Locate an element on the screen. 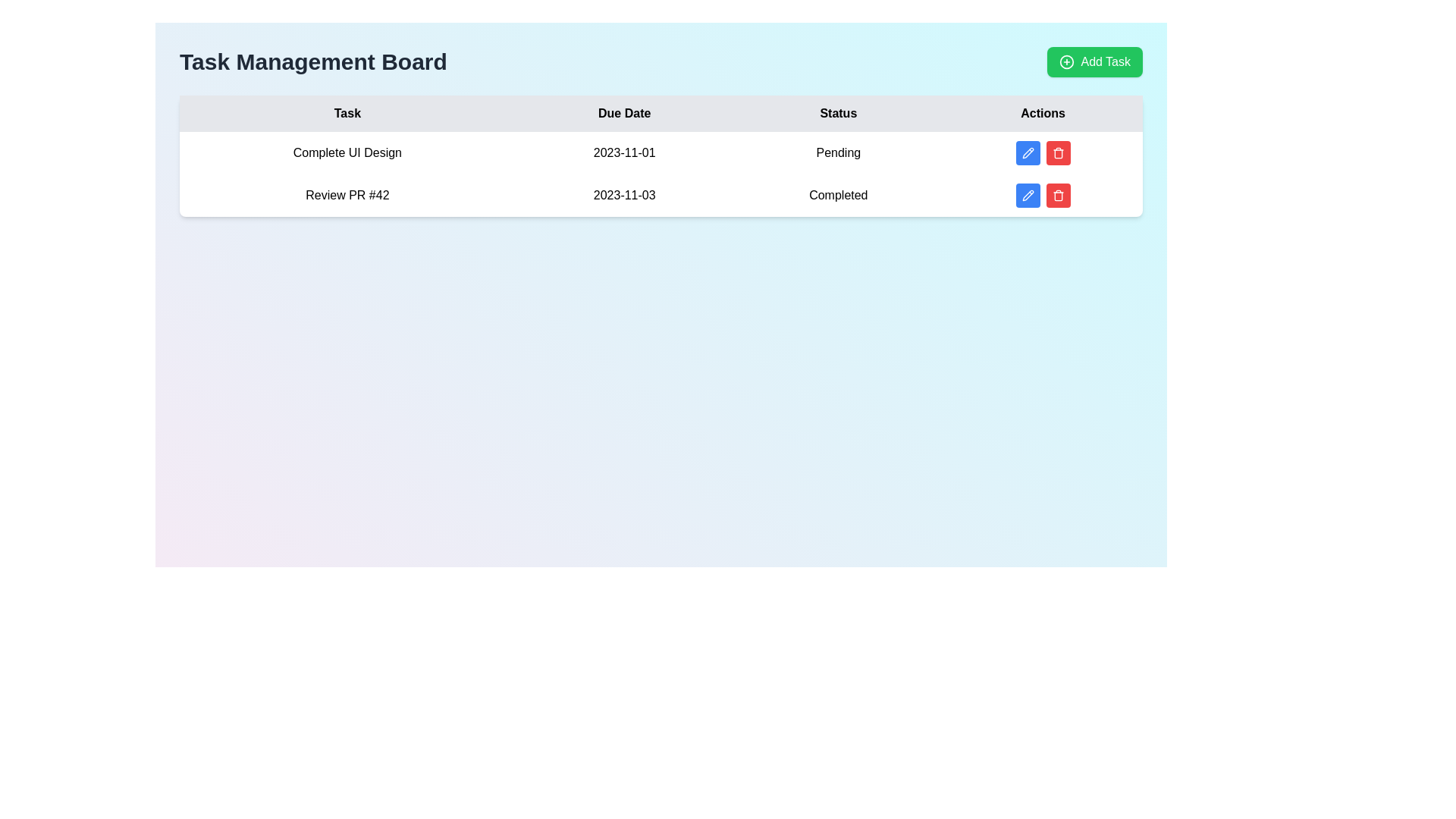 Image resolution: width=1456 pixels, height=819 pixels. the 'Due Date' column header in the task management table is located at coordinates (624, 113).